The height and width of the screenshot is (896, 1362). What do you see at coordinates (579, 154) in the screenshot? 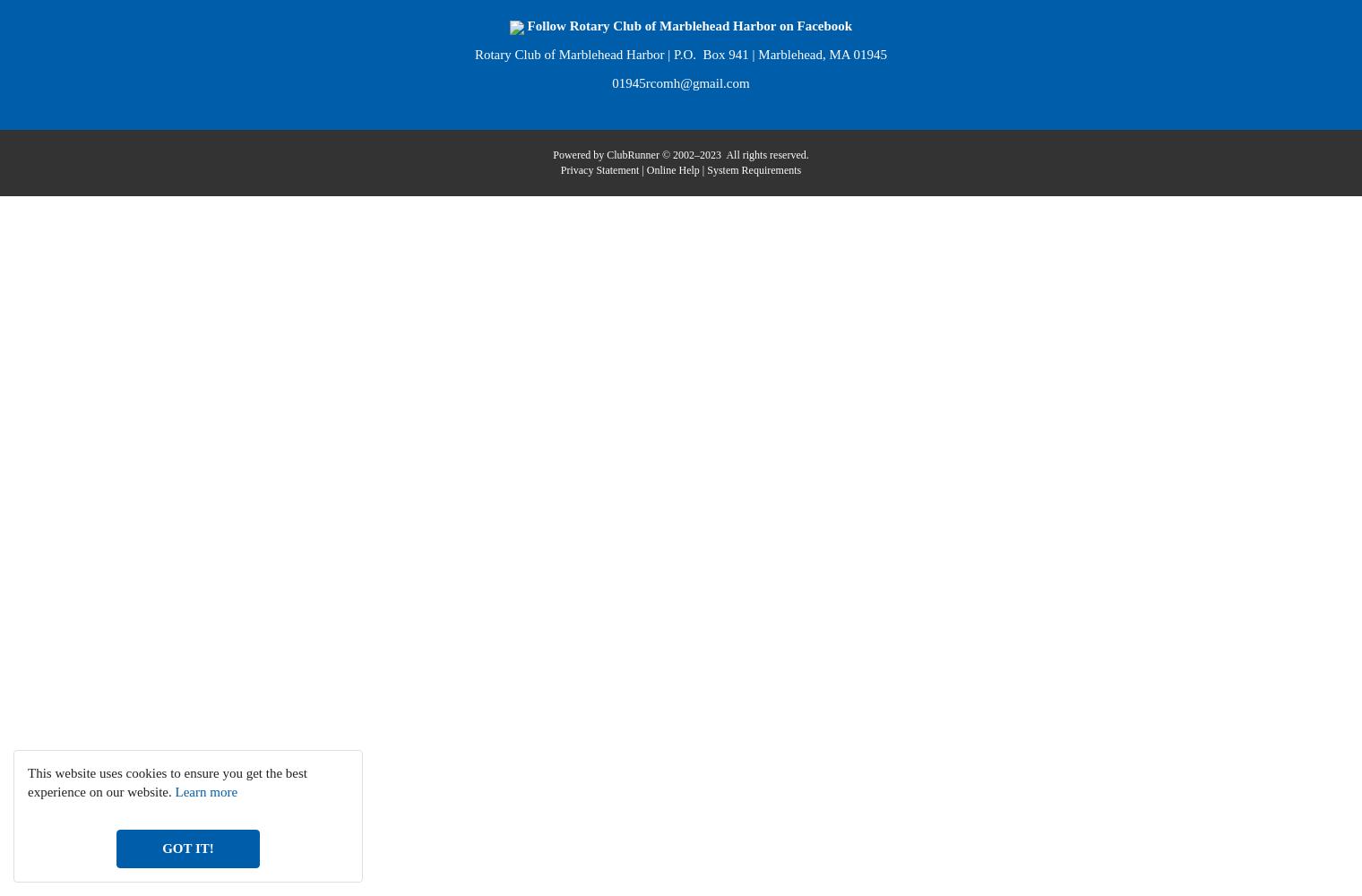
I see `'Powered by'` at bounding box center [579, 154].